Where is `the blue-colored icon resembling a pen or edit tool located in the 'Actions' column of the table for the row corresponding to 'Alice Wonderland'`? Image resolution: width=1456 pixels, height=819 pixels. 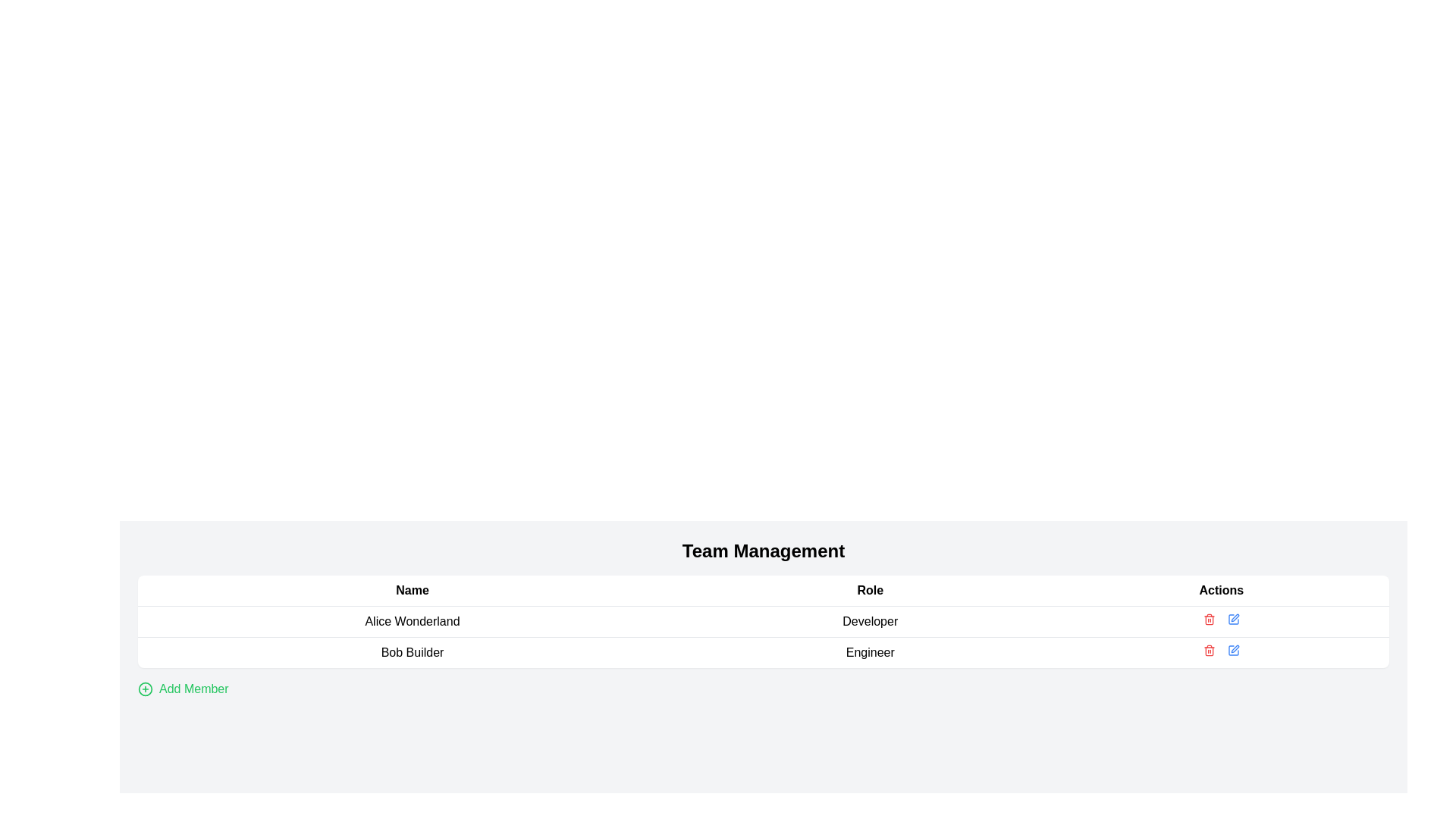 the blue-colored icon resembling a pen or edit tool located in the 'Actions' column of the table for the row corresponding to 'Alice Wonderland' is located at coordinates (1233, 620).